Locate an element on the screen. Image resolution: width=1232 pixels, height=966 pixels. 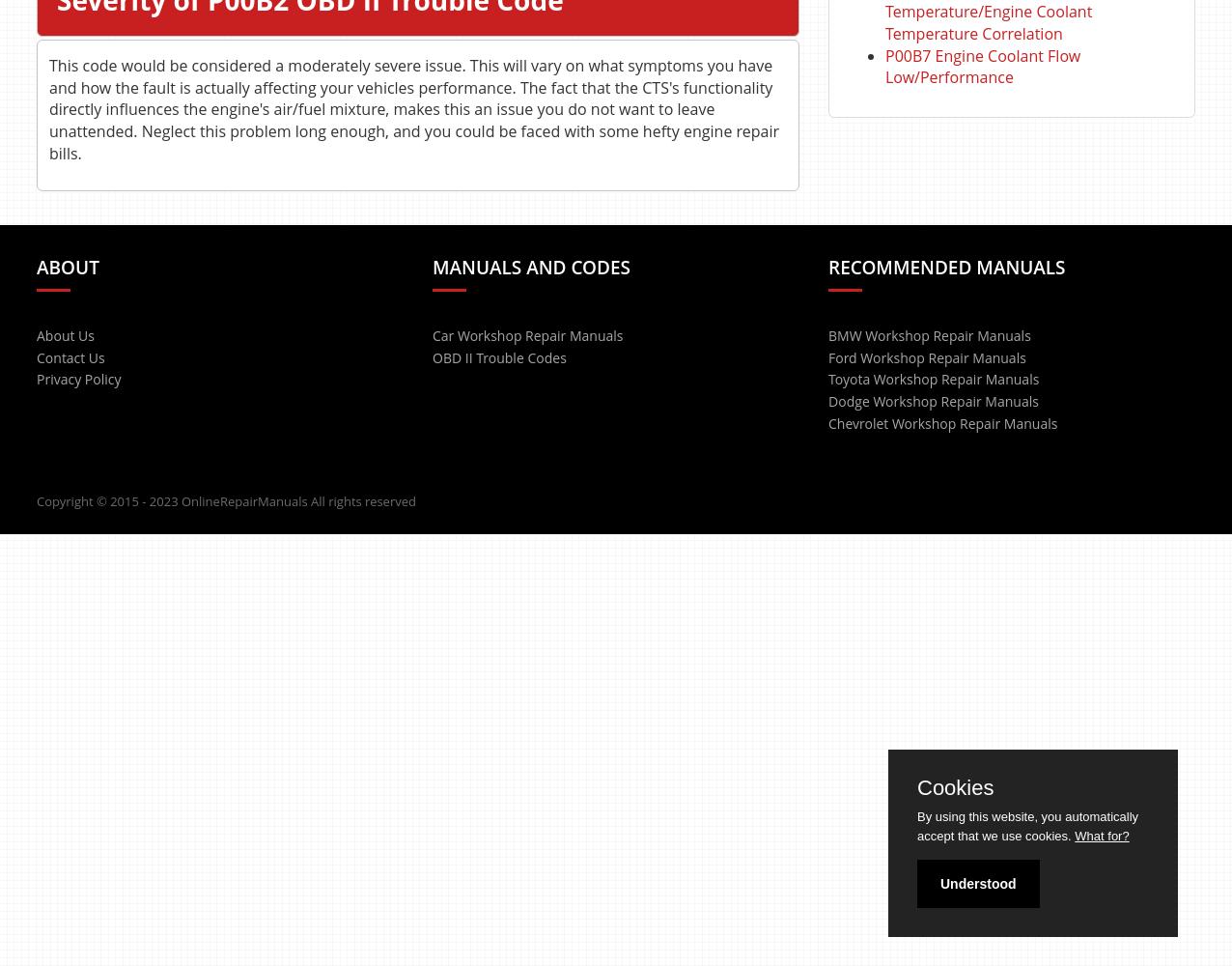
'Understood' is located at coordinates (977, 884).